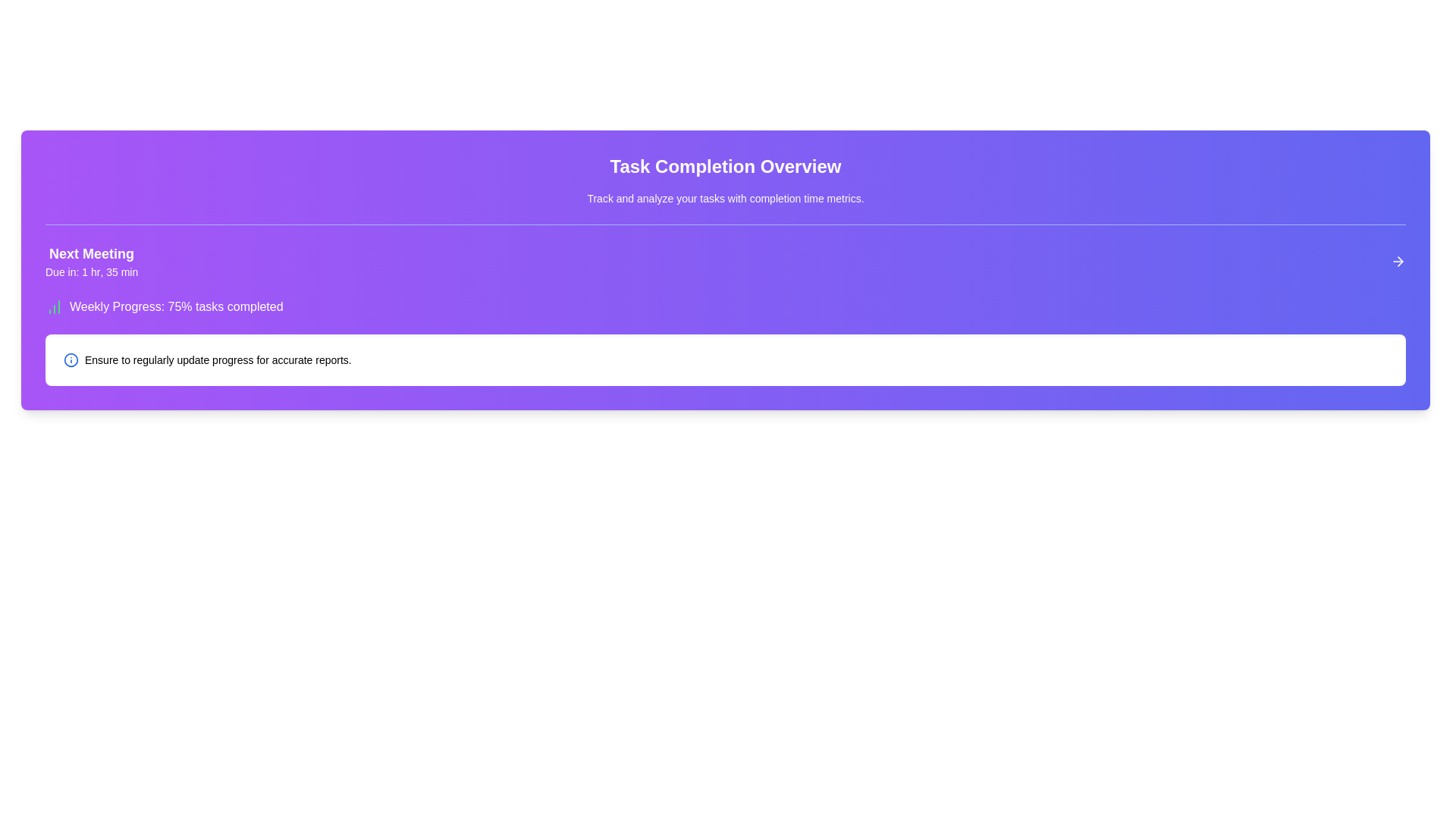 The height and width of the screenshot is (819, 1456). Describe the element at coordinates (1397, 260) in the screenshot. I see `the rightward-pointing arrow icon in the 'Next Meeting' section` at that location.